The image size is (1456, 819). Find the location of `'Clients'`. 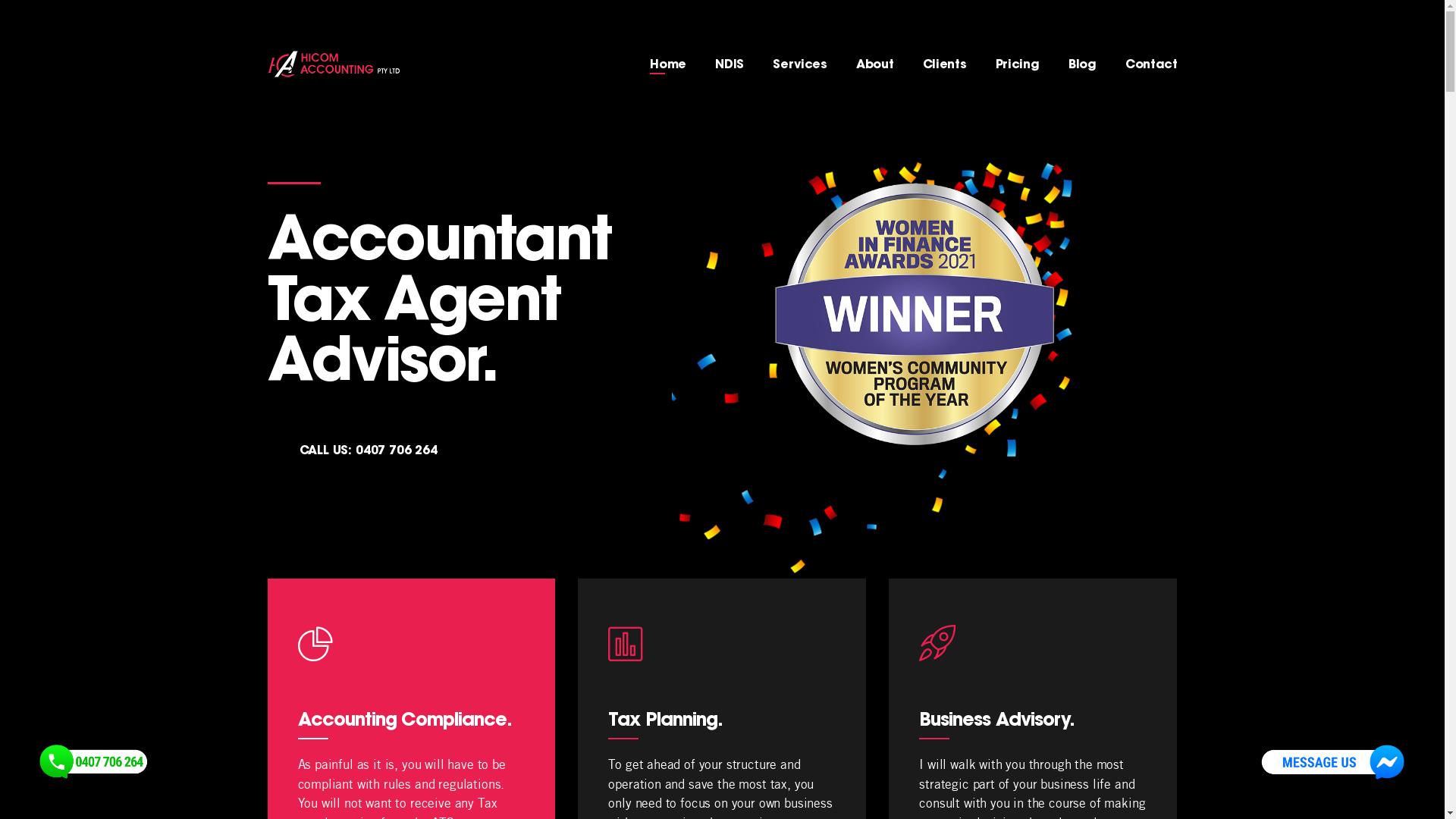

'Clients' is located at coordinates (944, 64).